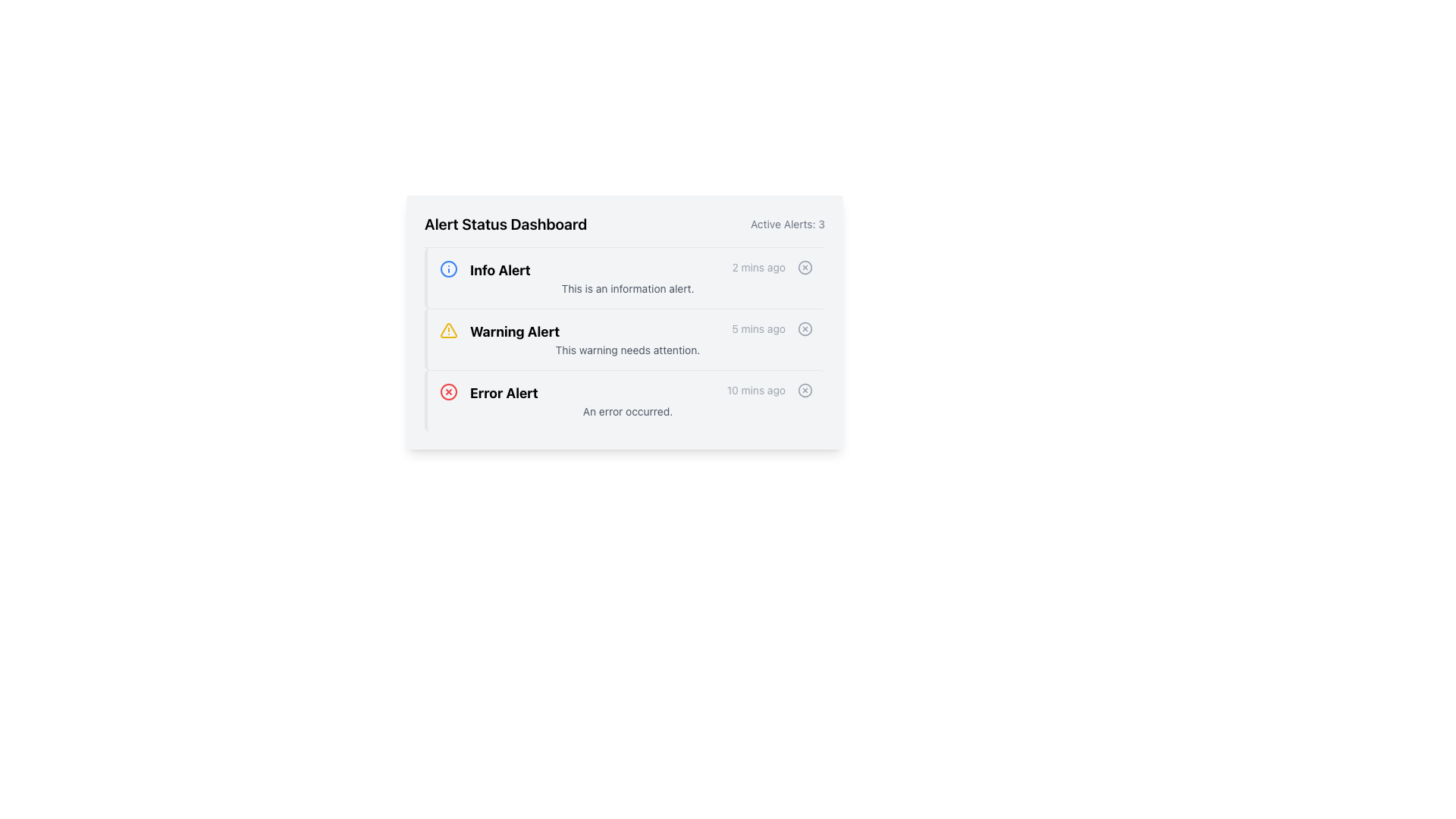 This screenshot has width=1456, height=819. I want to click on static text message 'This warning needs attention.' which is part of the 'Warning Alert' group, positioned below the 'Warning Alert' heading, so click(628, 350).